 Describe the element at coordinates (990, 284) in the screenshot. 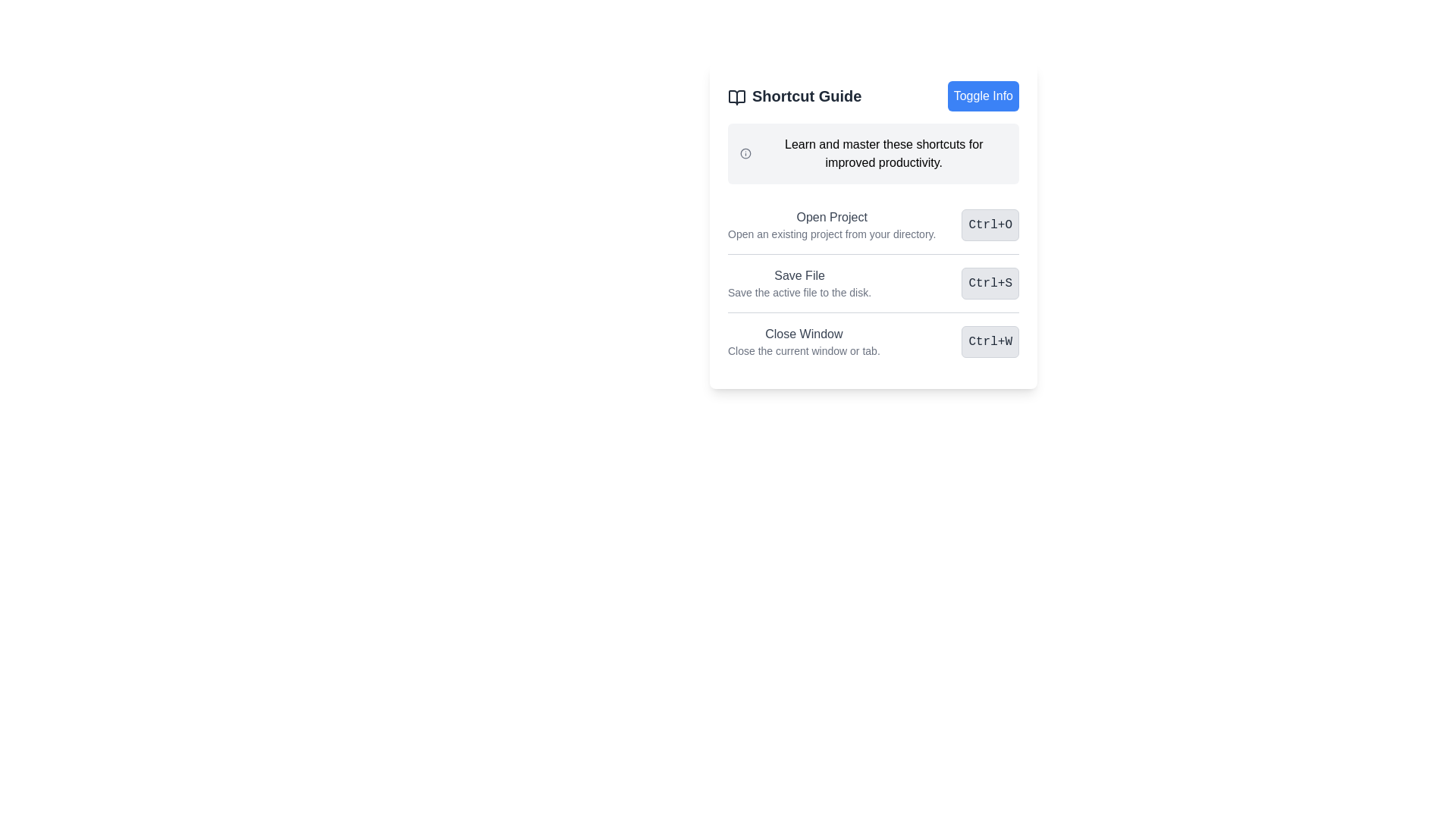

I see `the Text Display element that shows the keyboard shortcut (Ctrl+S) for saving files, positioned to the right of the description 'Save FileSave the active file to the disk.'` at that location.